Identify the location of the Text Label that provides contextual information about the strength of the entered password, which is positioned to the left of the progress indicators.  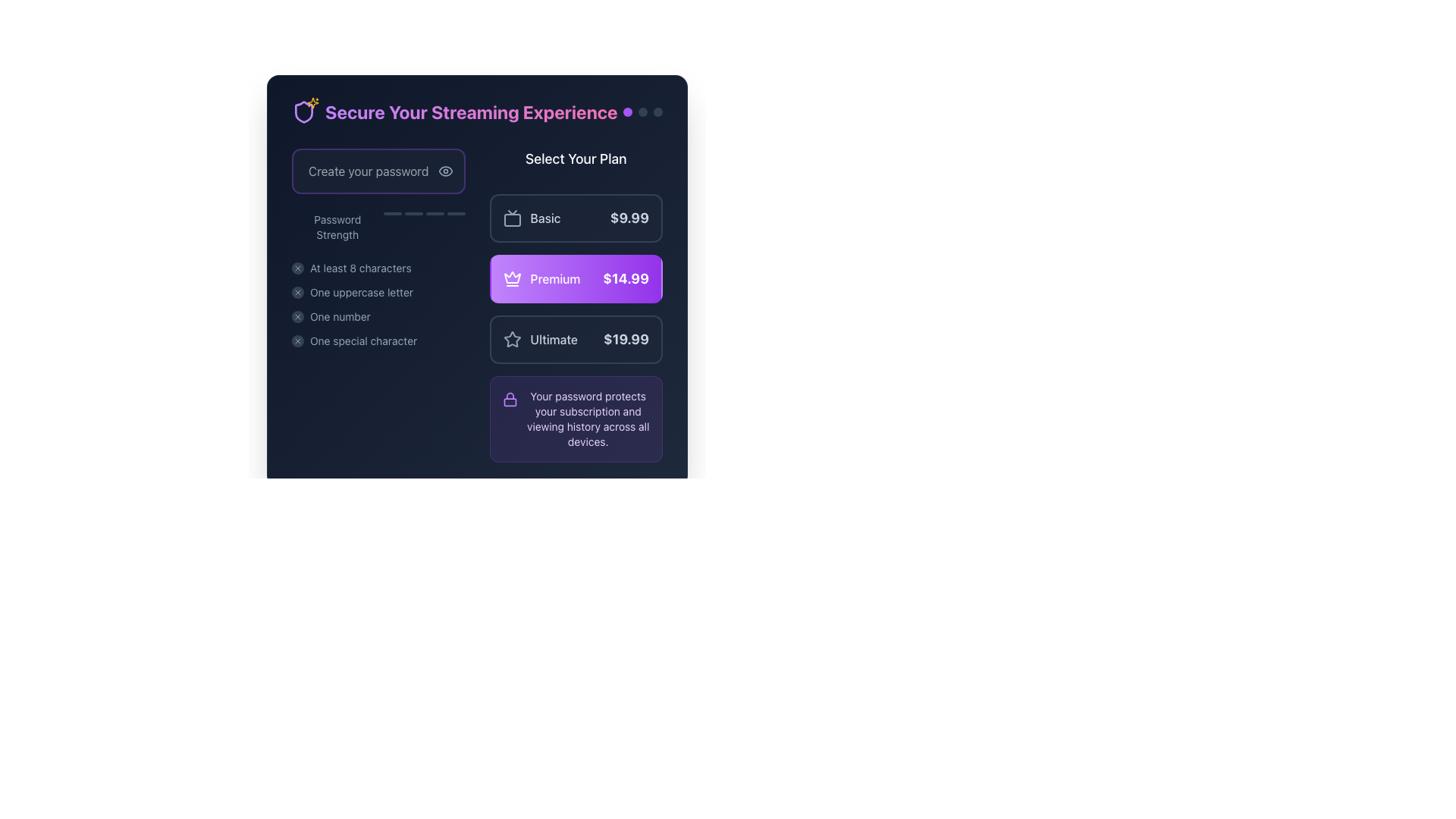
(337, 227).